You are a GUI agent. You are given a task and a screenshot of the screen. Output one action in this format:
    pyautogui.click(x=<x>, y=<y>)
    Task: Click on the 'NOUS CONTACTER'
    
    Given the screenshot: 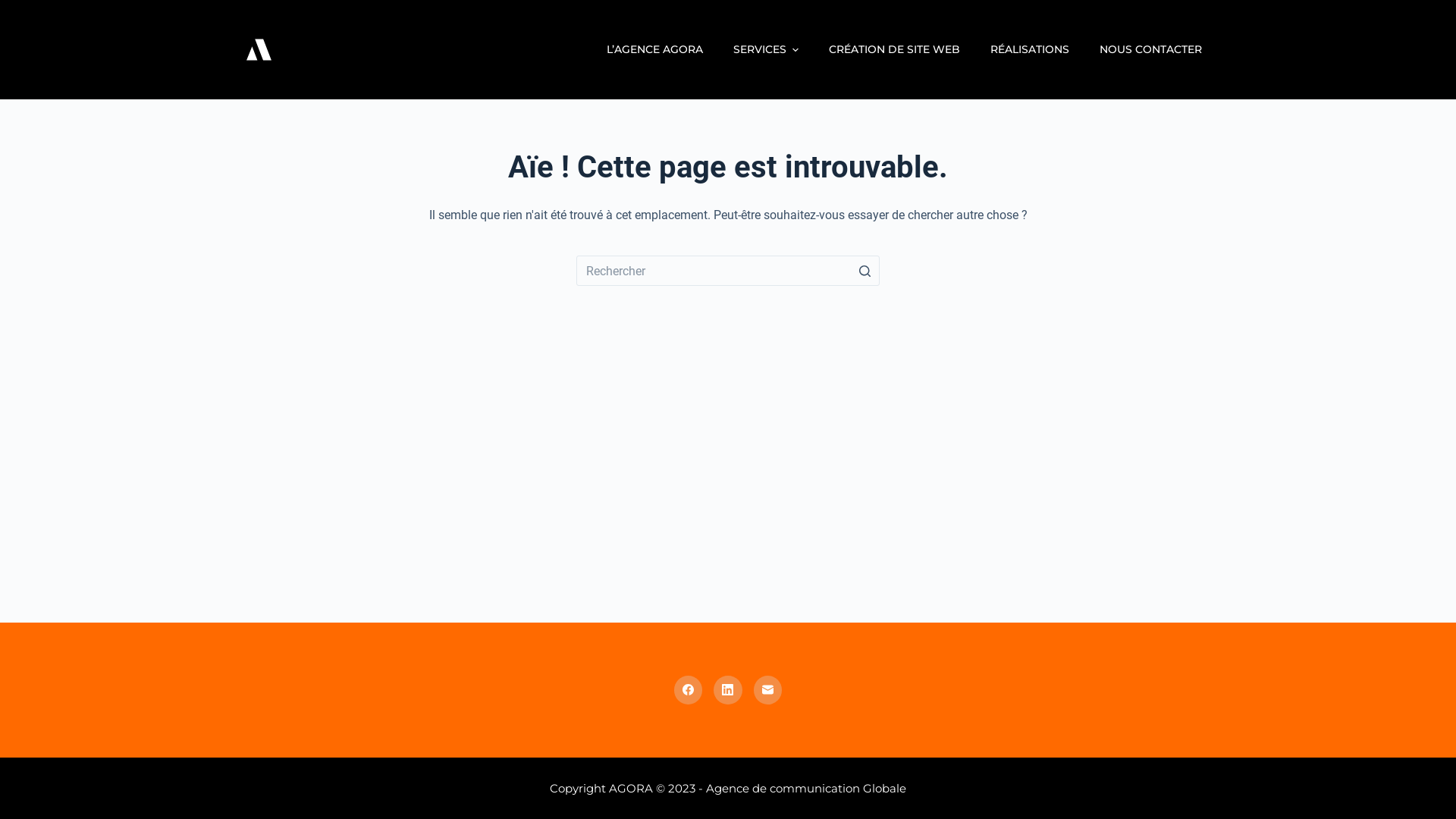 What is the action you would take?
    pyautogui.click(x=1084, y=49)
    